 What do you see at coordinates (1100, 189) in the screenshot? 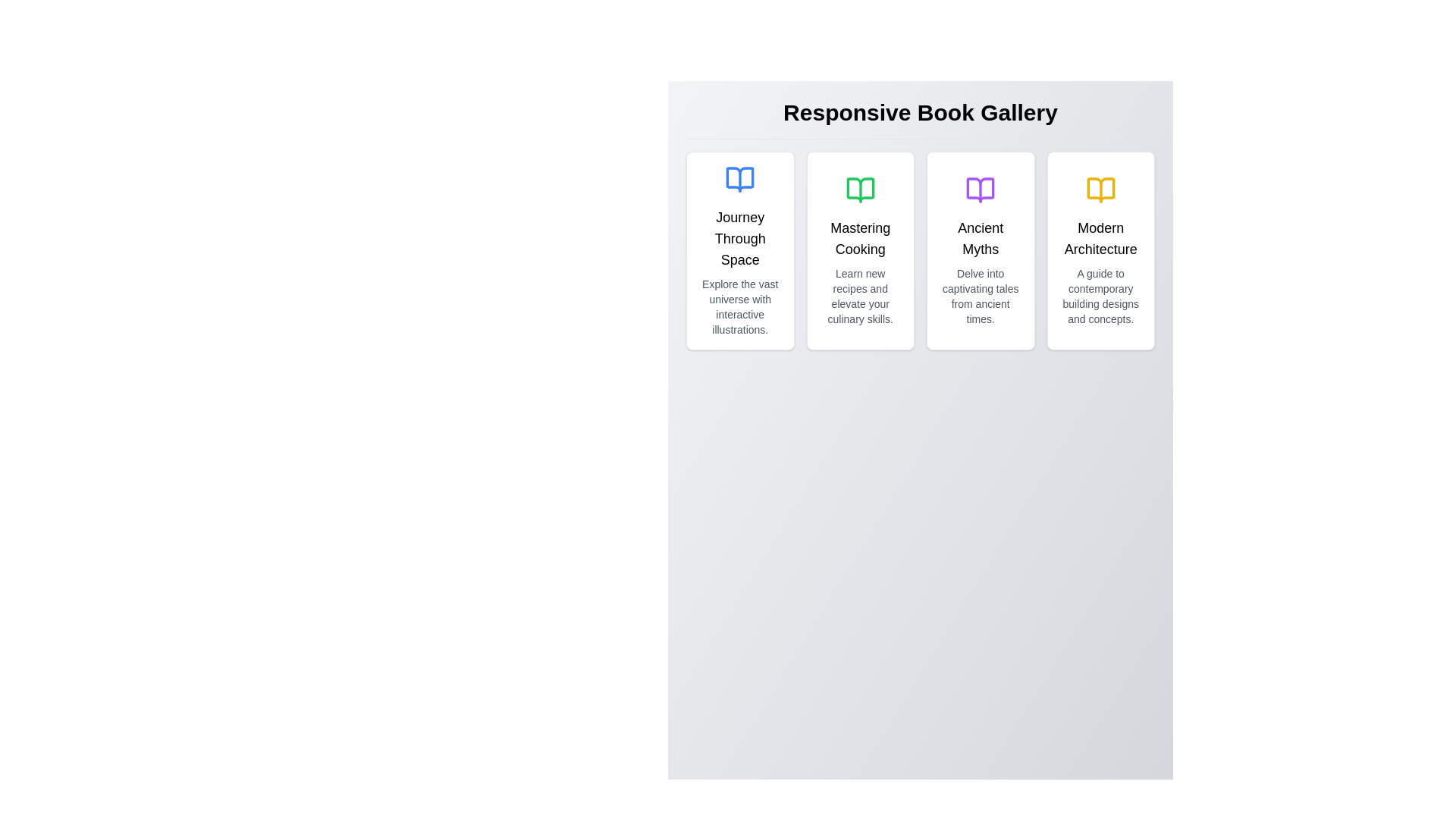
I see `the decorative icon that emphasizes the context of the 'Modern Architecture' card, which is located at the top-centered position inside the card` at bounding box center [1100, 189].